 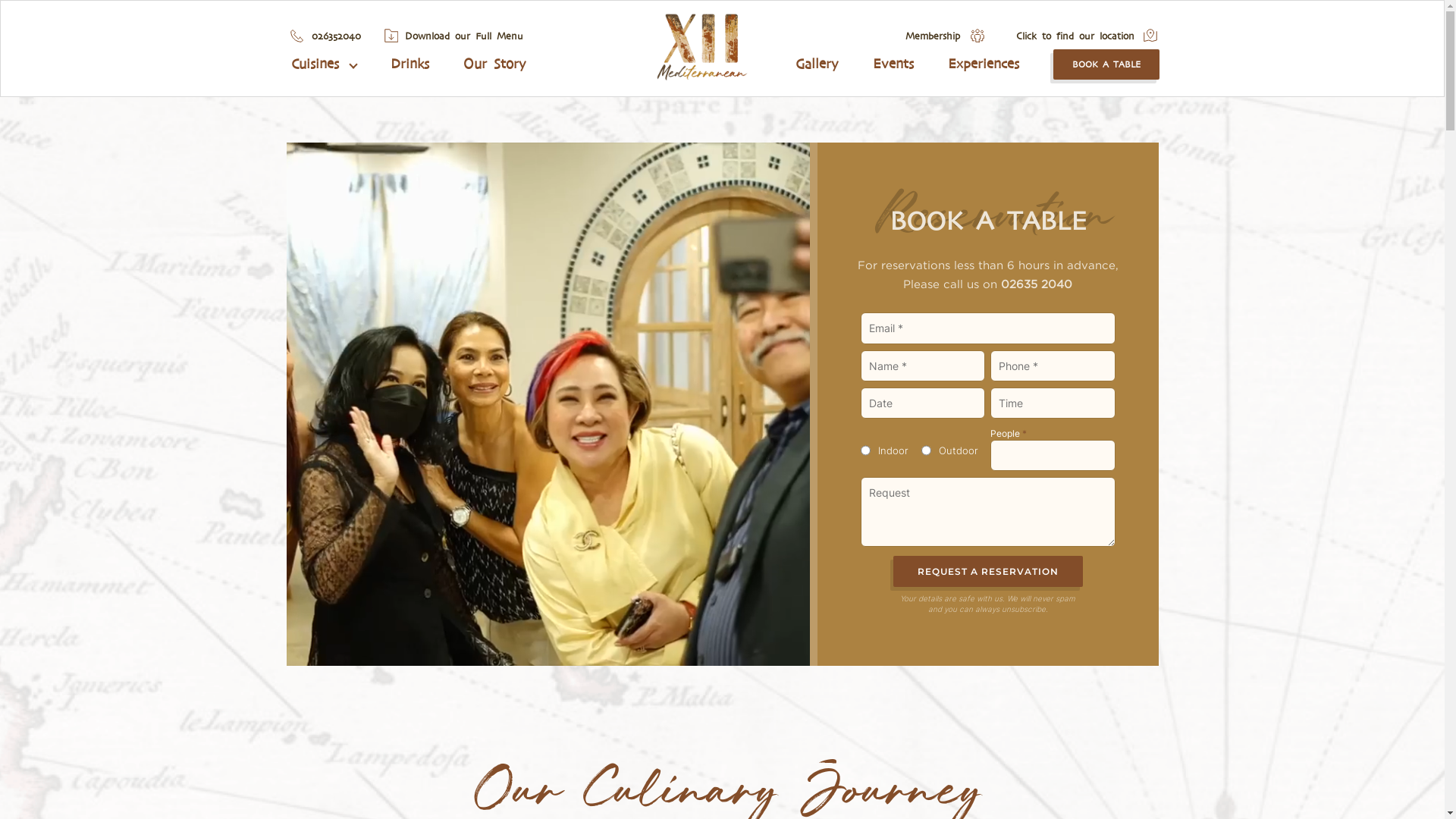 I want to click on '026352040', so click(x=334, y=35).